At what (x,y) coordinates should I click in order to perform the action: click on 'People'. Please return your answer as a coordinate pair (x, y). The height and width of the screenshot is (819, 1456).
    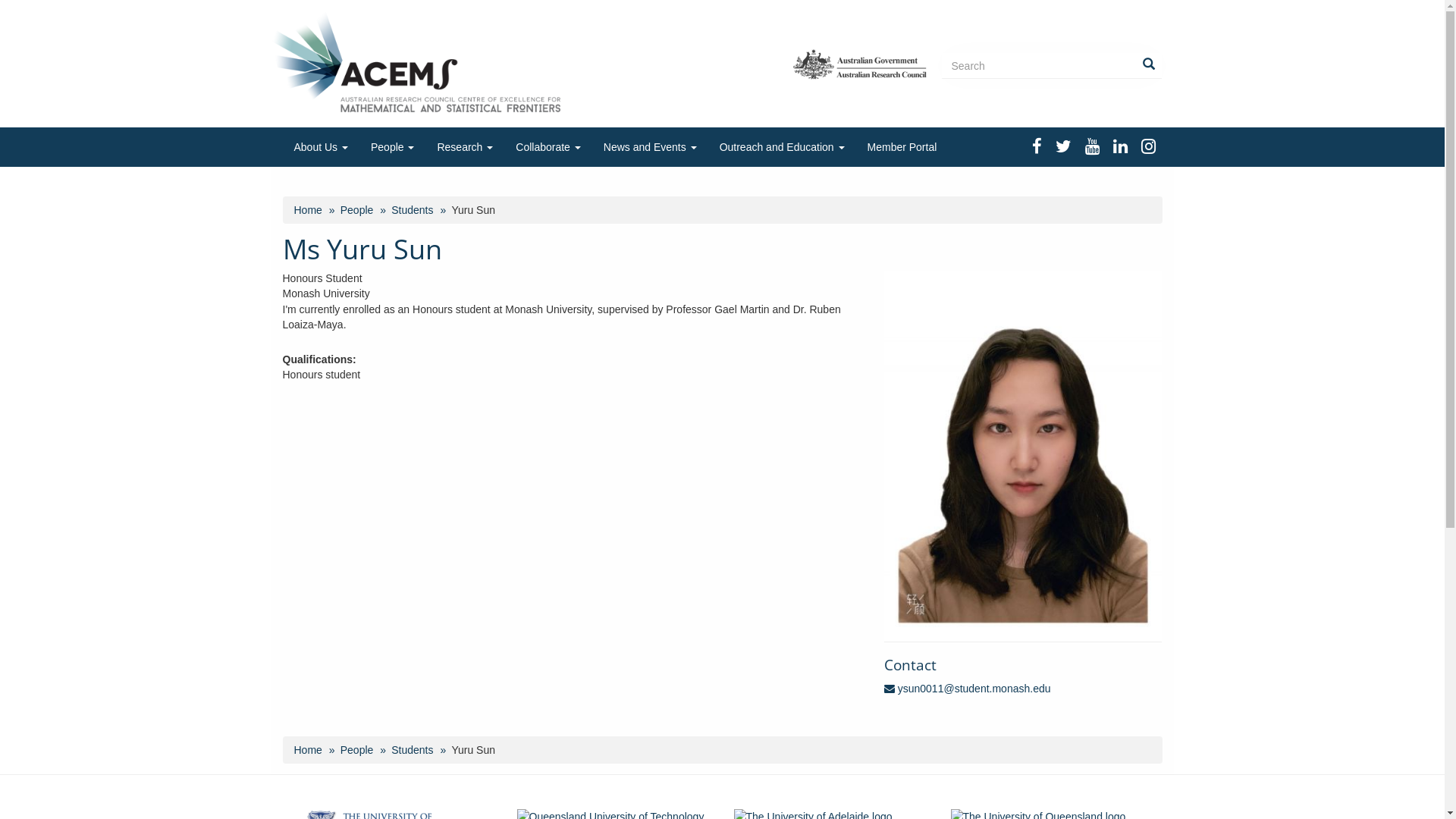
    Looking at the image, I should click on (356, 748).